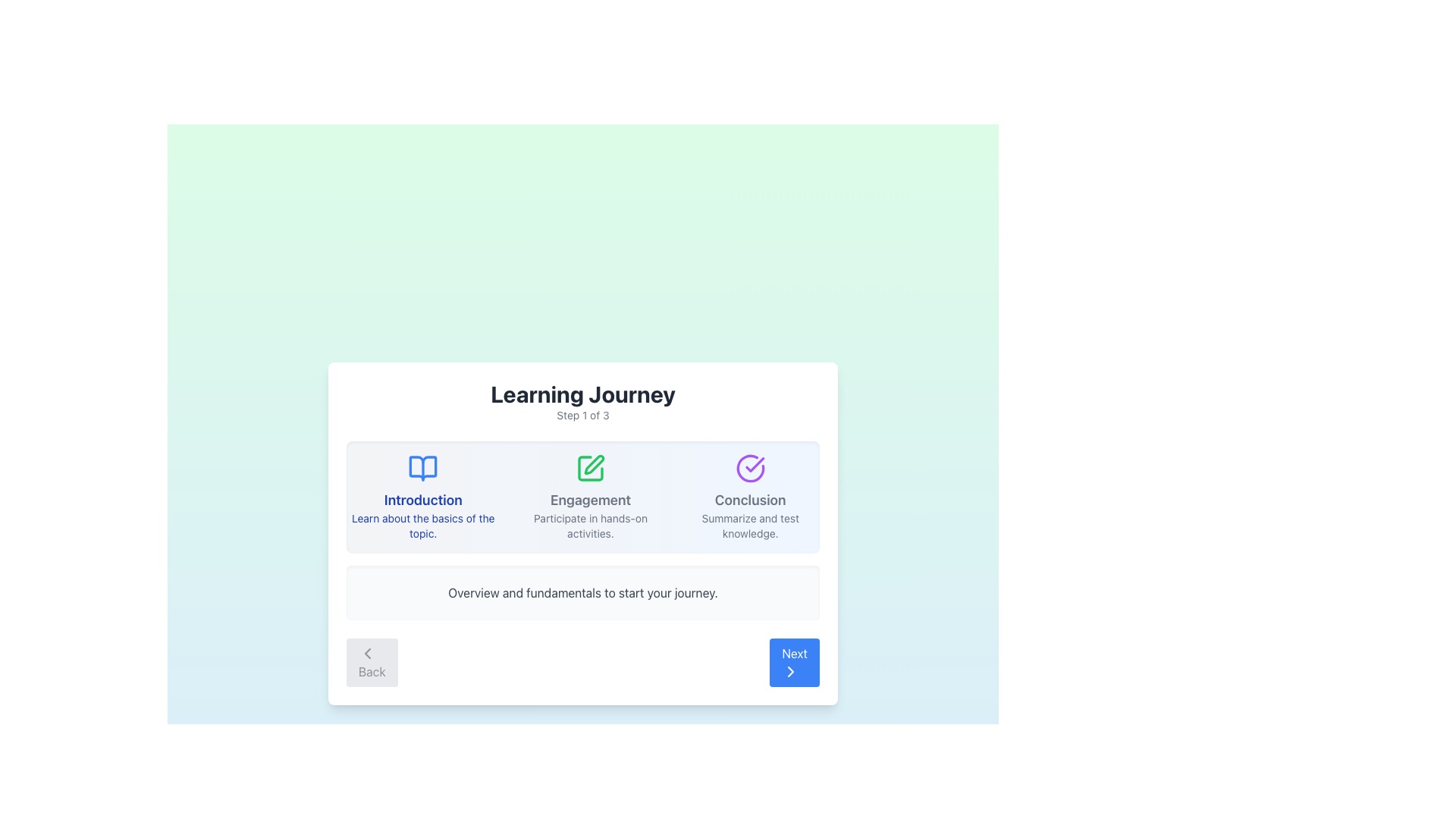  What do you see at coordinates (582, 592) in the screenshot?
I see `the static text that reads 'Overview and fundamentals to start your journey.' which is styled in gray on a white background and located below the section with the steps 'Introduction,' 'Engagement,' and 'Conclusion.'` at bounding box center [582, 592].